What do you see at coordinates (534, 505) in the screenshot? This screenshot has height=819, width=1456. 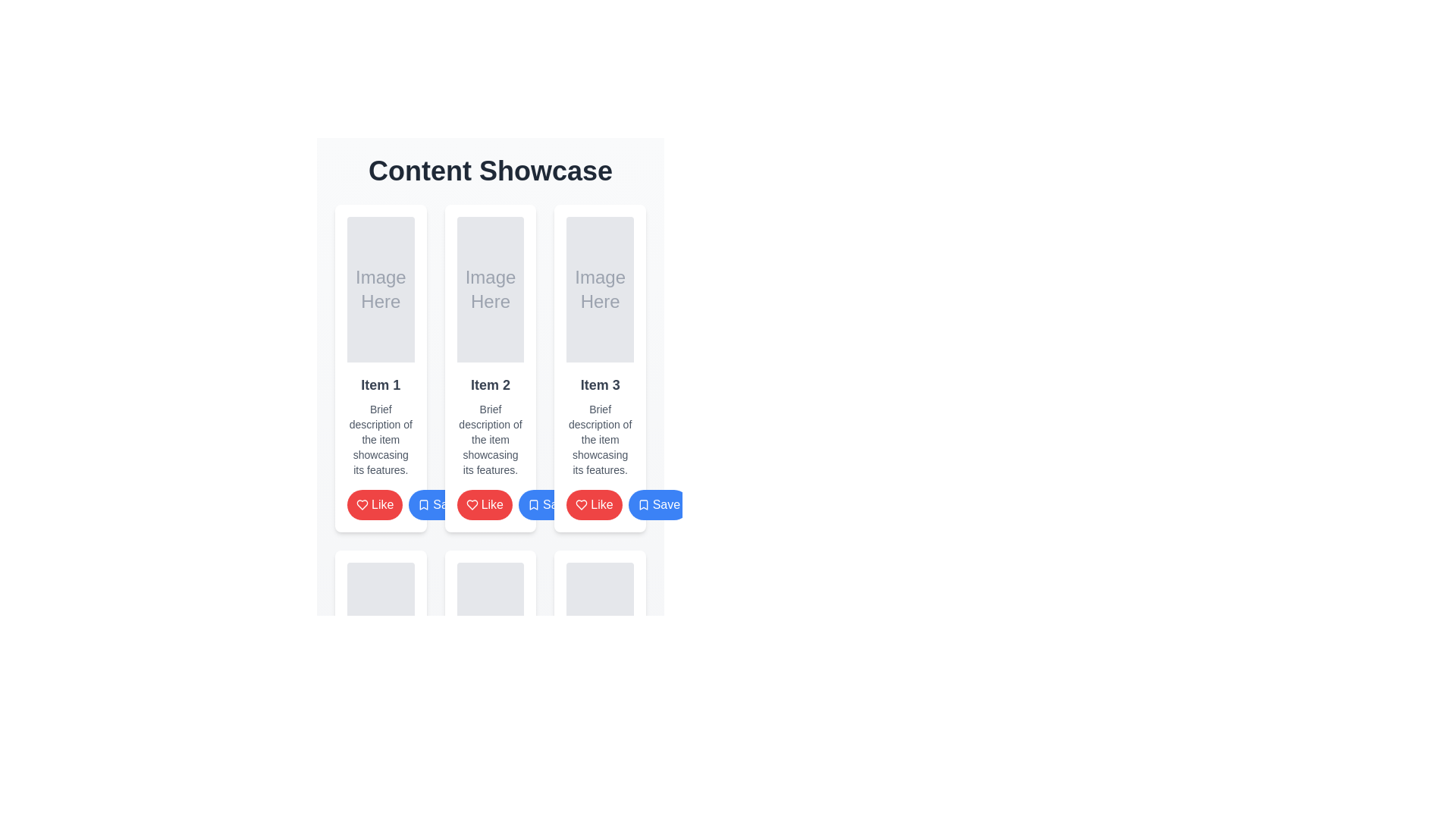 I see `the 'bookmark' icon located to the right of the 'Save' button in the second card under the 'Content Showcase' section` at bounding box center [534, 505].